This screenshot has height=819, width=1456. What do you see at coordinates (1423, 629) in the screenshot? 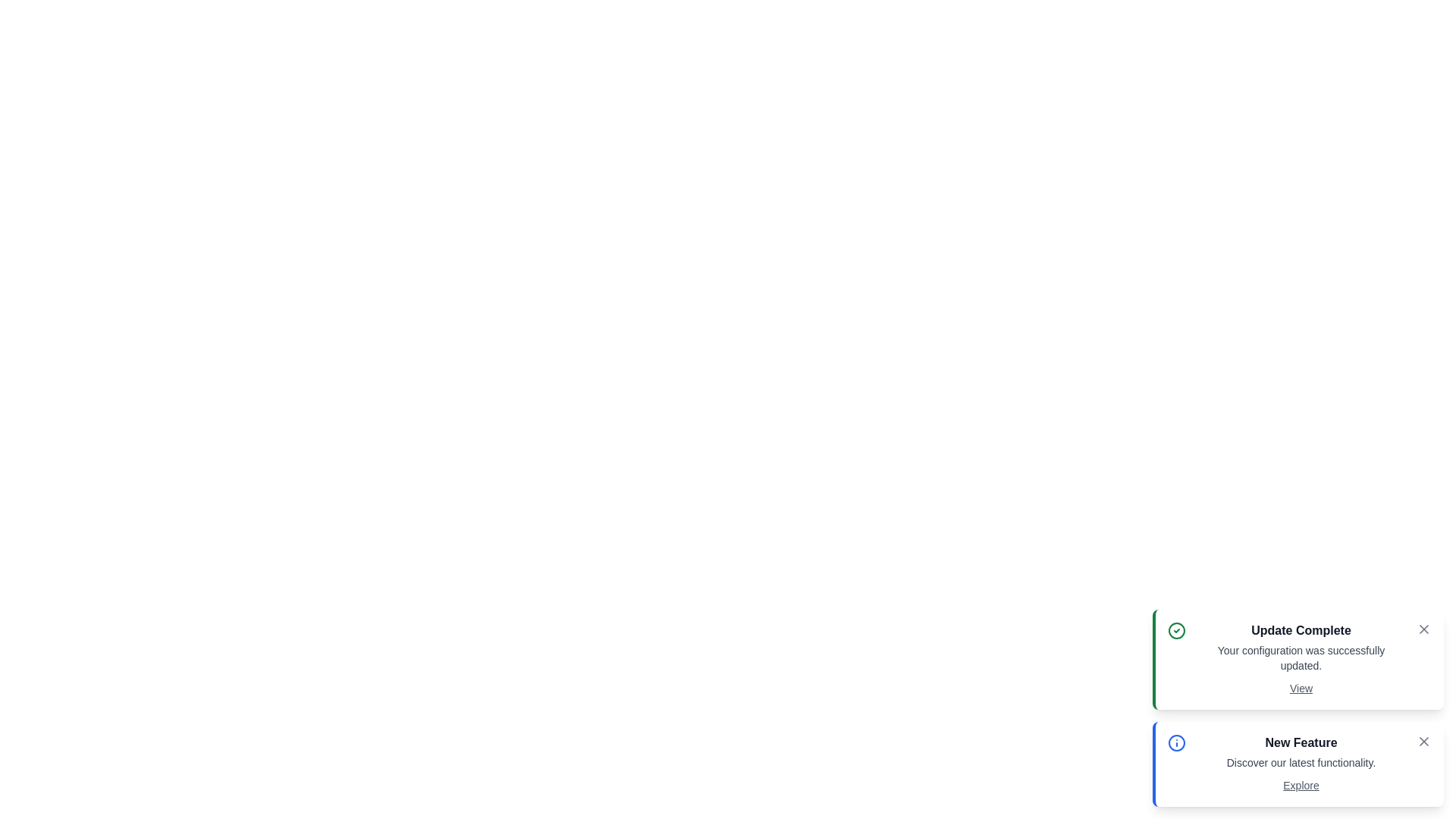
I see `the close button of the 'Update Complete' notification to dismiss it` at bounding box center [1423, 629].